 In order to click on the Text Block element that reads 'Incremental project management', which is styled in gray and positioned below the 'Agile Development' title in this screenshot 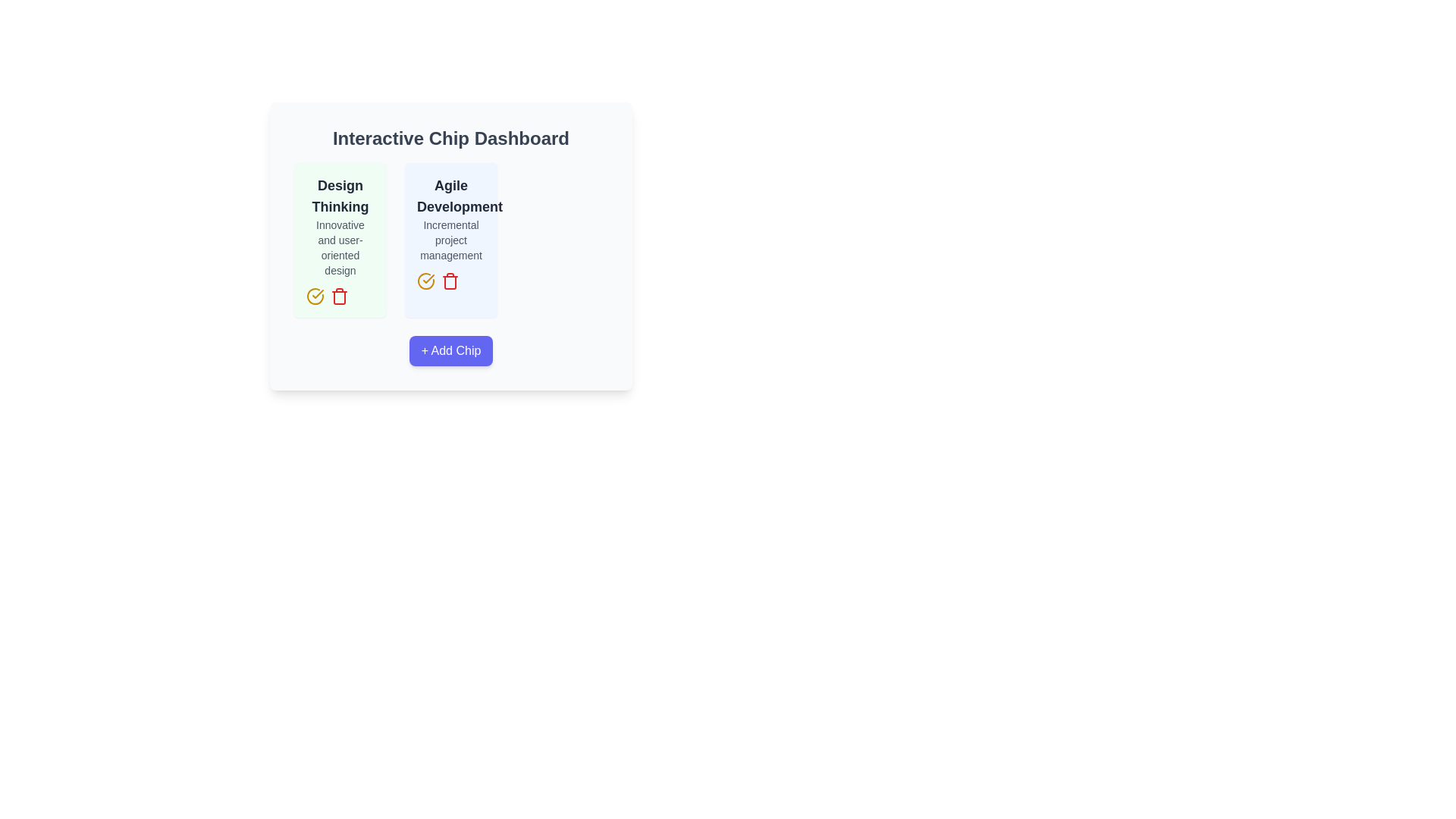, I will do `click(450, 239)`.